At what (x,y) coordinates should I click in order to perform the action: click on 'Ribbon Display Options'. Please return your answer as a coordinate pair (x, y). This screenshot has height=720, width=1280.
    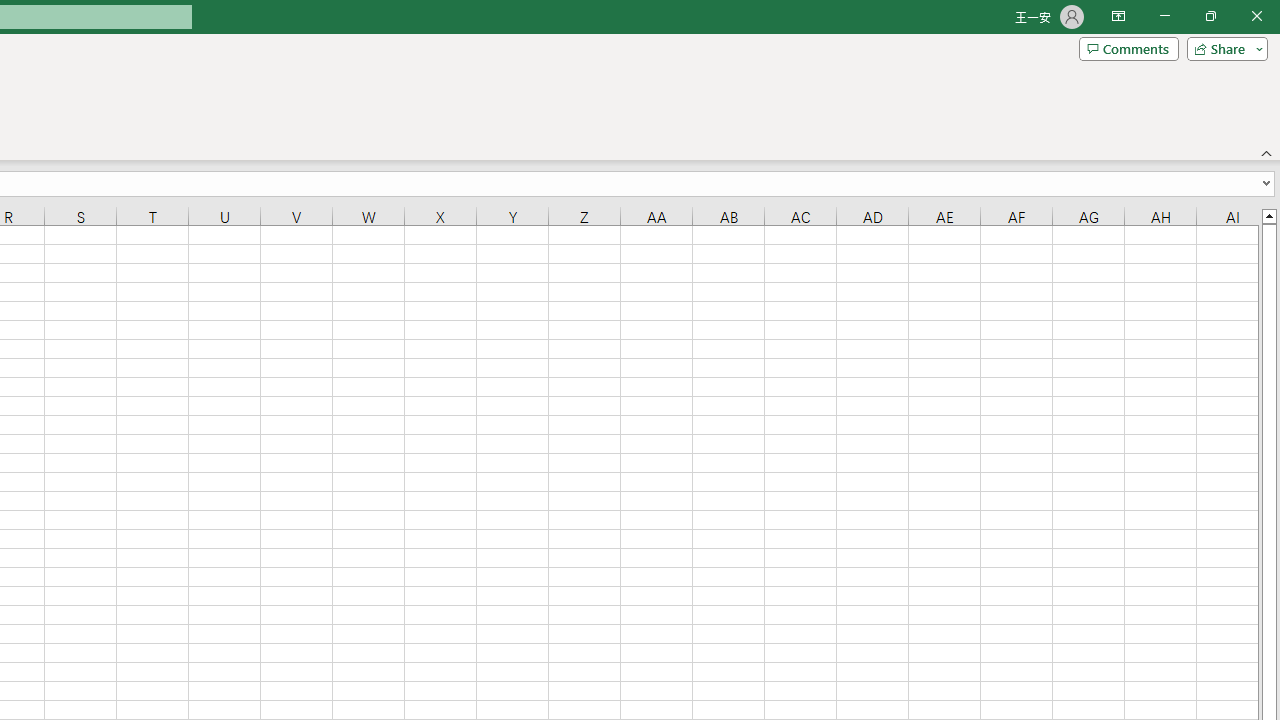
    Looking at the image, I should click on (1117, 16).